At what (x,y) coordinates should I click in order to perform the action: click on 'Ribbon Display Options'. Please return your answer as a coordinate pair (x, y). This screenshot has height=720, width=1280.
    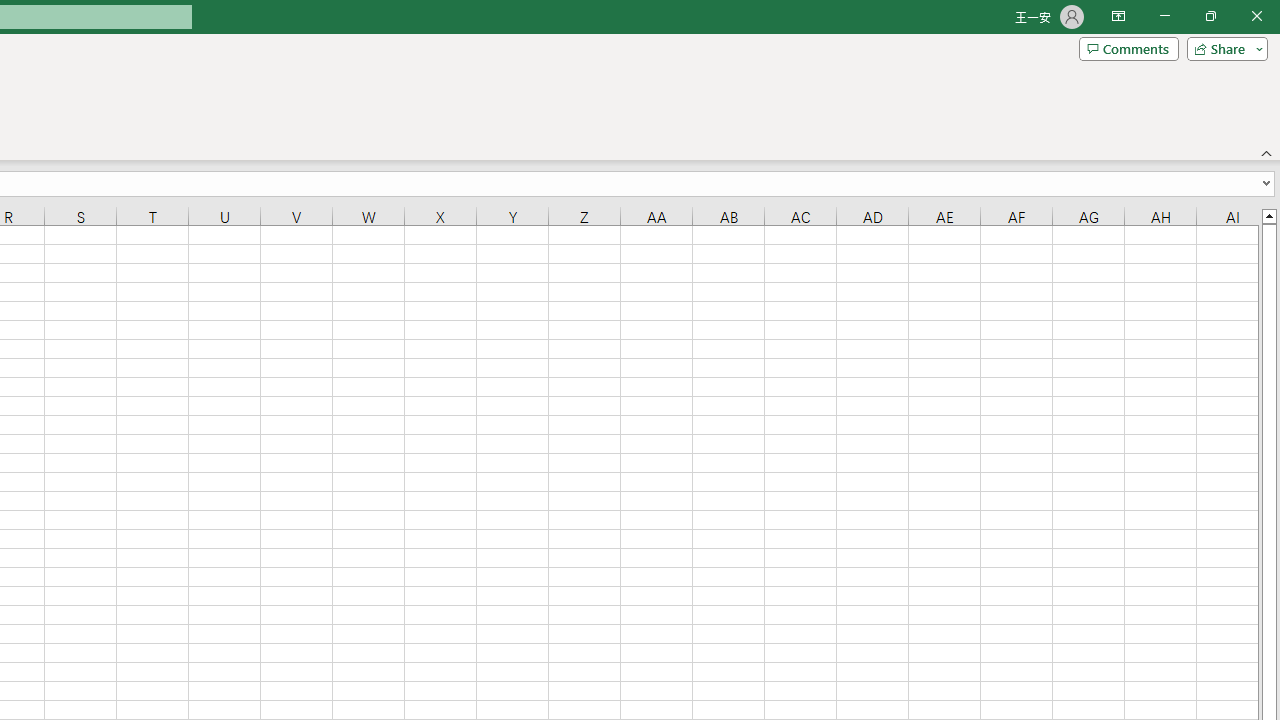
    Looking at the image, I should click on (1117, 16).